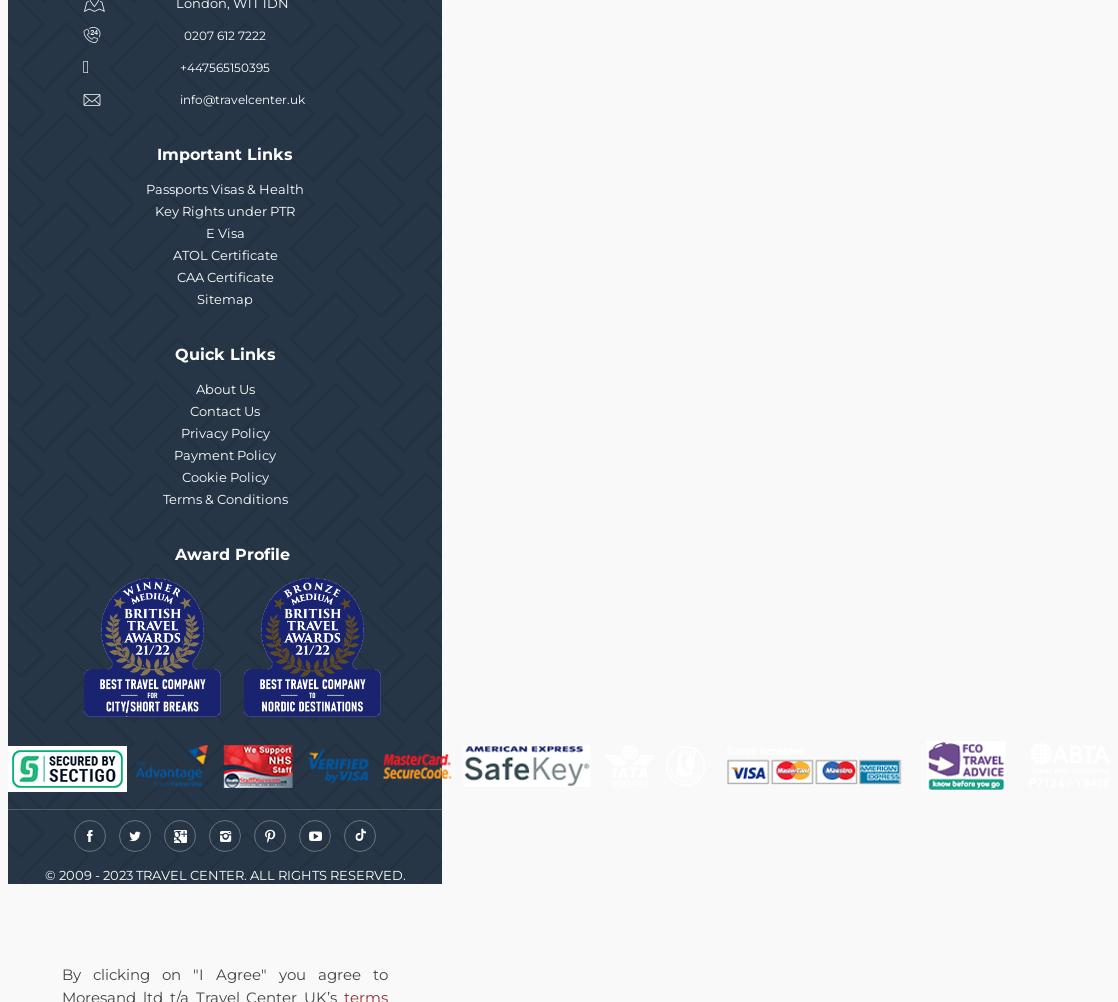 This screenshot has height=1002, width=1118. I want to click on '0207 612 7222', so click(225, 35).